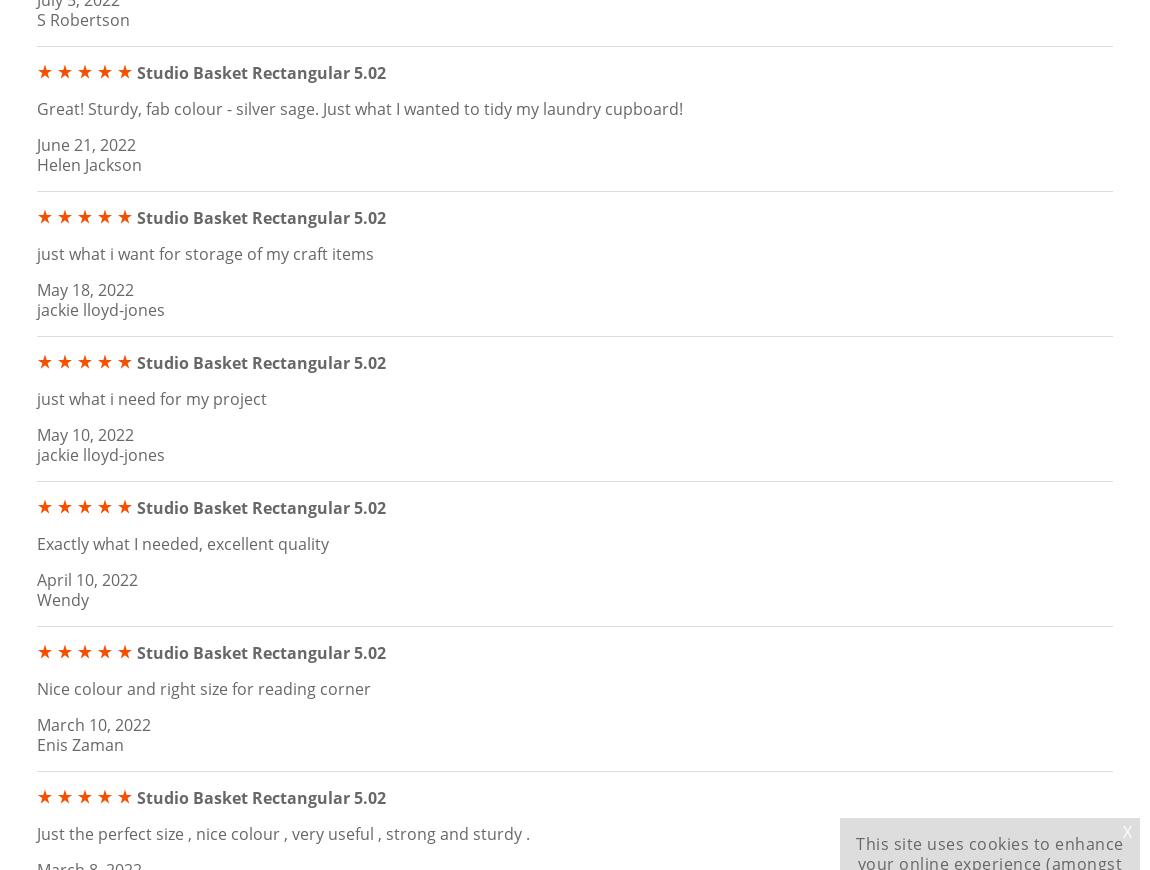 This screenshot has height=870, width=1150. What do you see at coordinates (282, 833) in the screenshot?
I see `'Just the perfect size , nice colour , very useful , strong and sturdy .'` at bounding box center [282, 833].